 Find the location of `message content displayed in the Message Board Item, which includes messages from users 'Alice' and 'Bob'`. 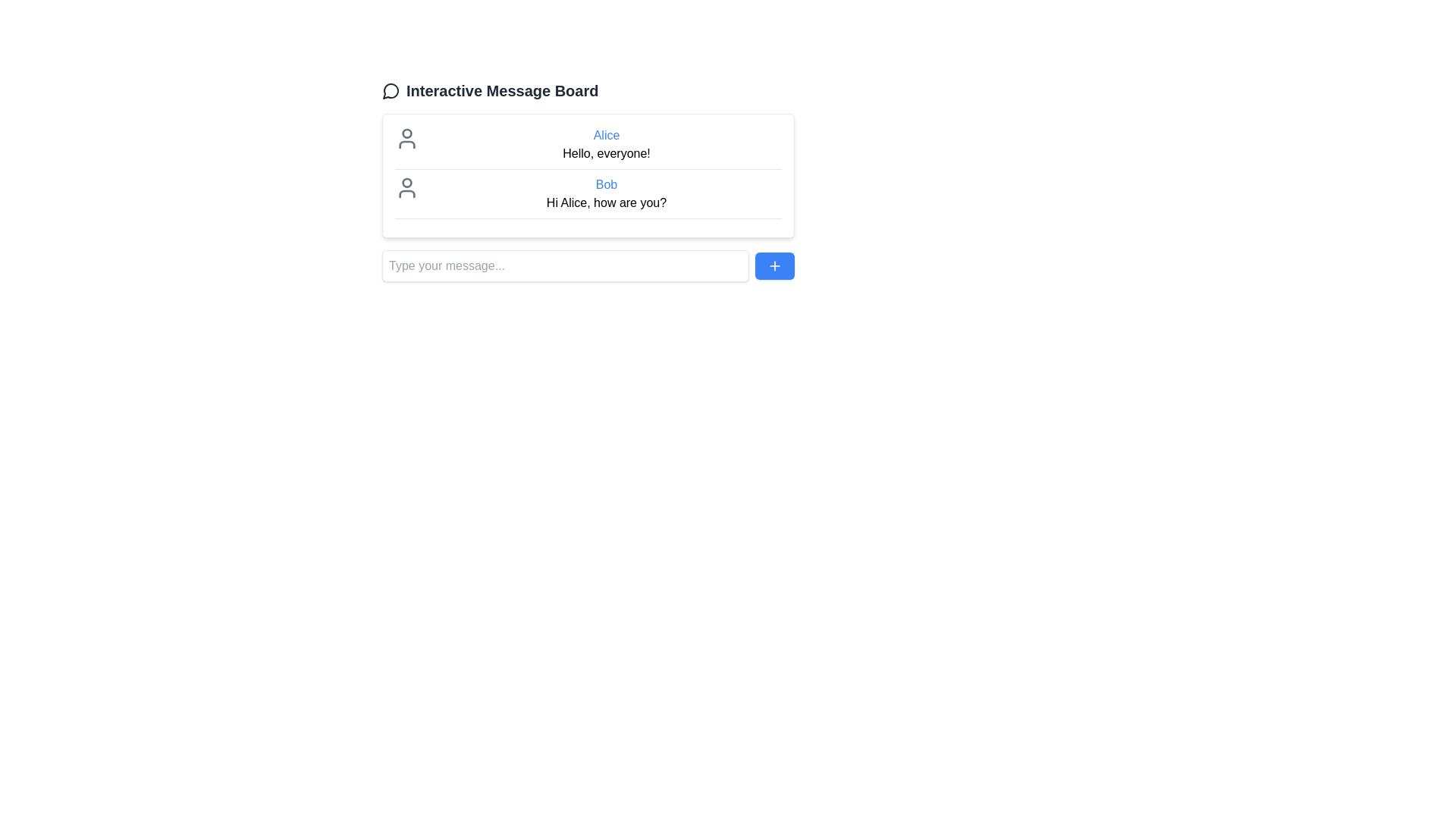

message content displayed in the Message Board Item, which includes messages from users 'Alice' and 'Bob' is located at coordinates (588, 174).